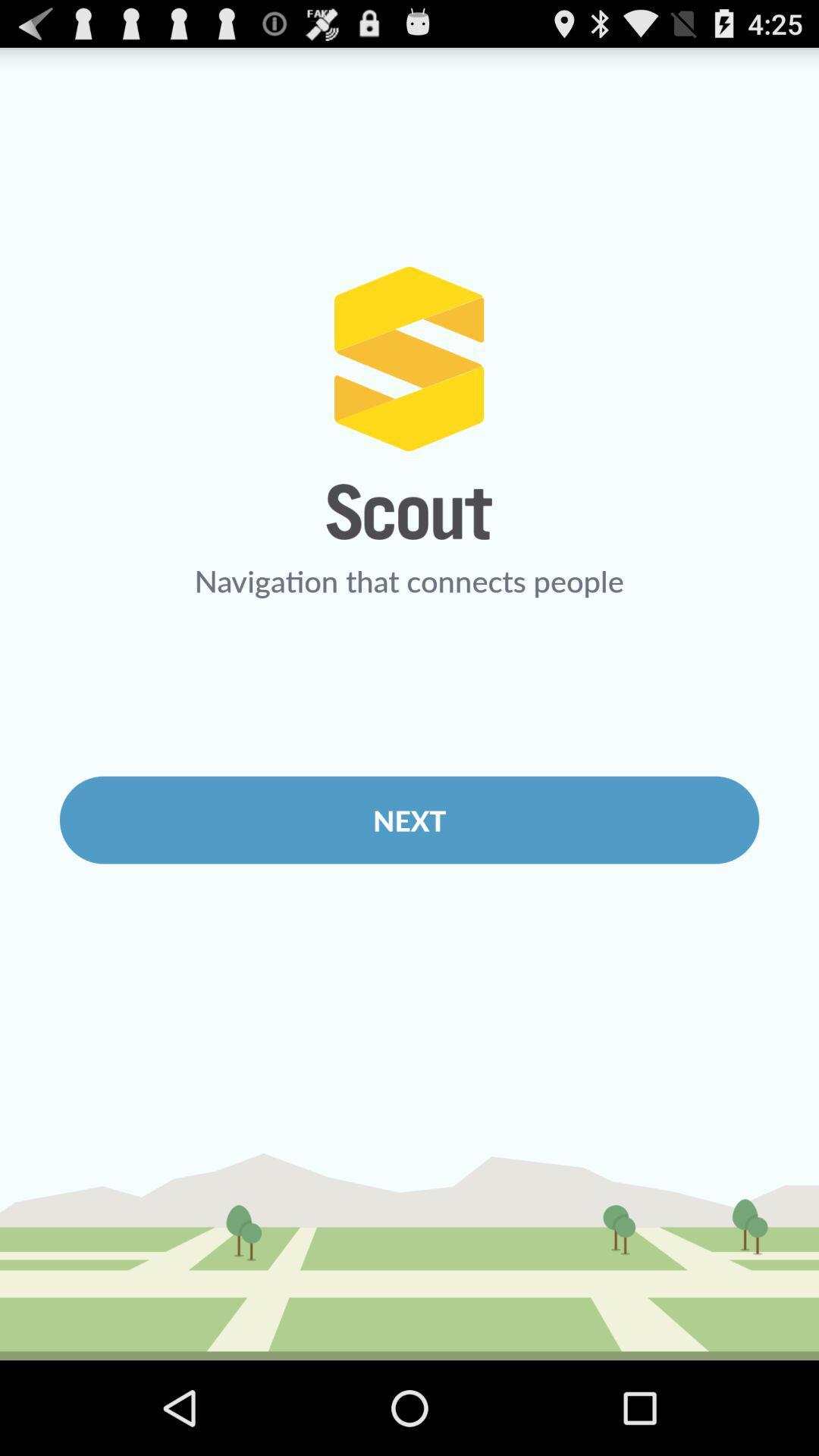  Describe the element at coordinates (409, 819) in the screenshot. I see `next icon` at that location.